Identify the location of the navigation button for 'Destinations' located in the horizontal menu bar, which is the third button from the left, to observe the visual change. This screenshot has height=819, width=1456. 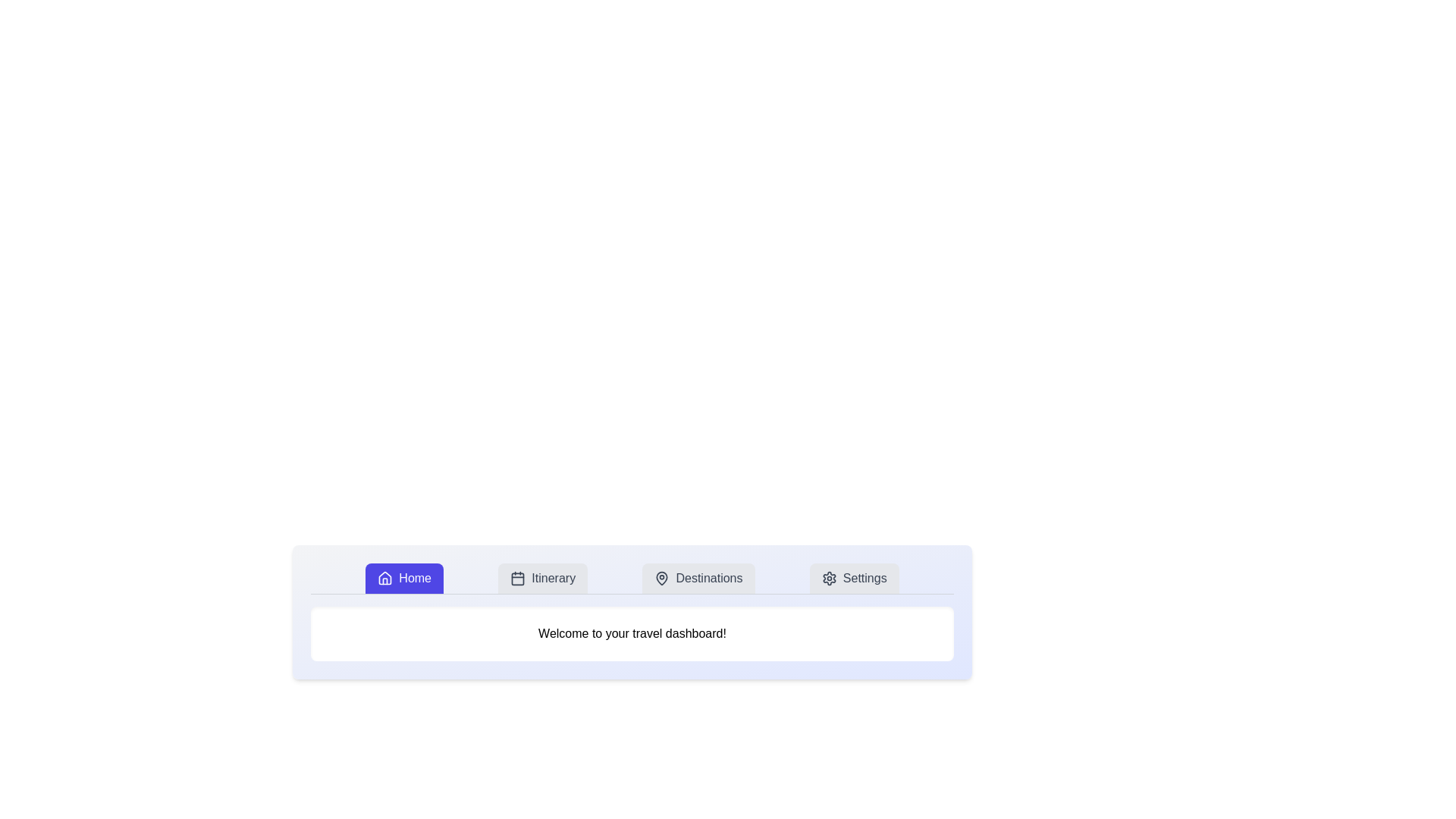
(698, 579).